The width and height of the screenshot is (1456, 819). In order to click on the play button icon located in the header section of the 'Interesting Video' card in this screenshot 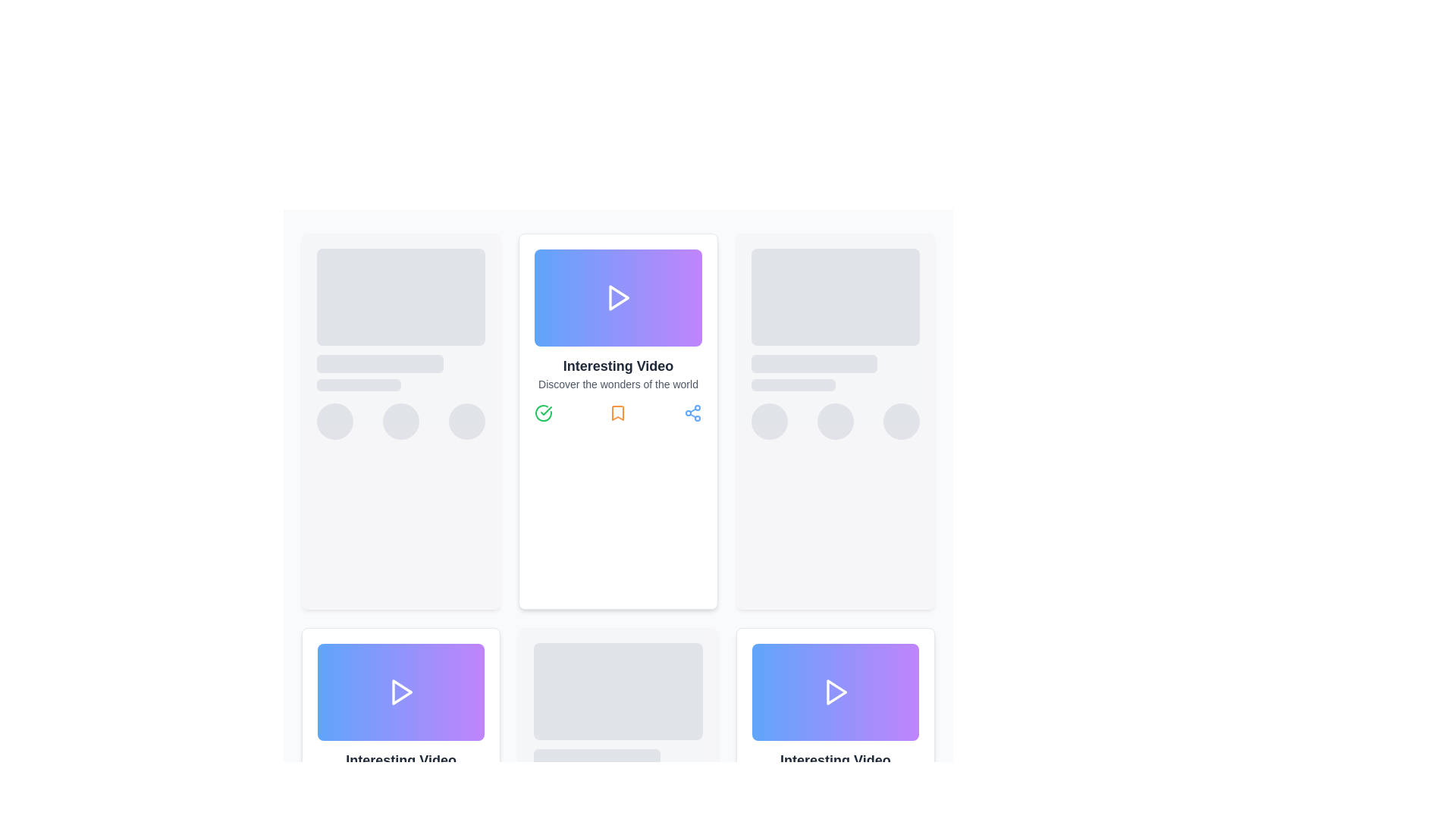, I will do `click(620, 298)`.